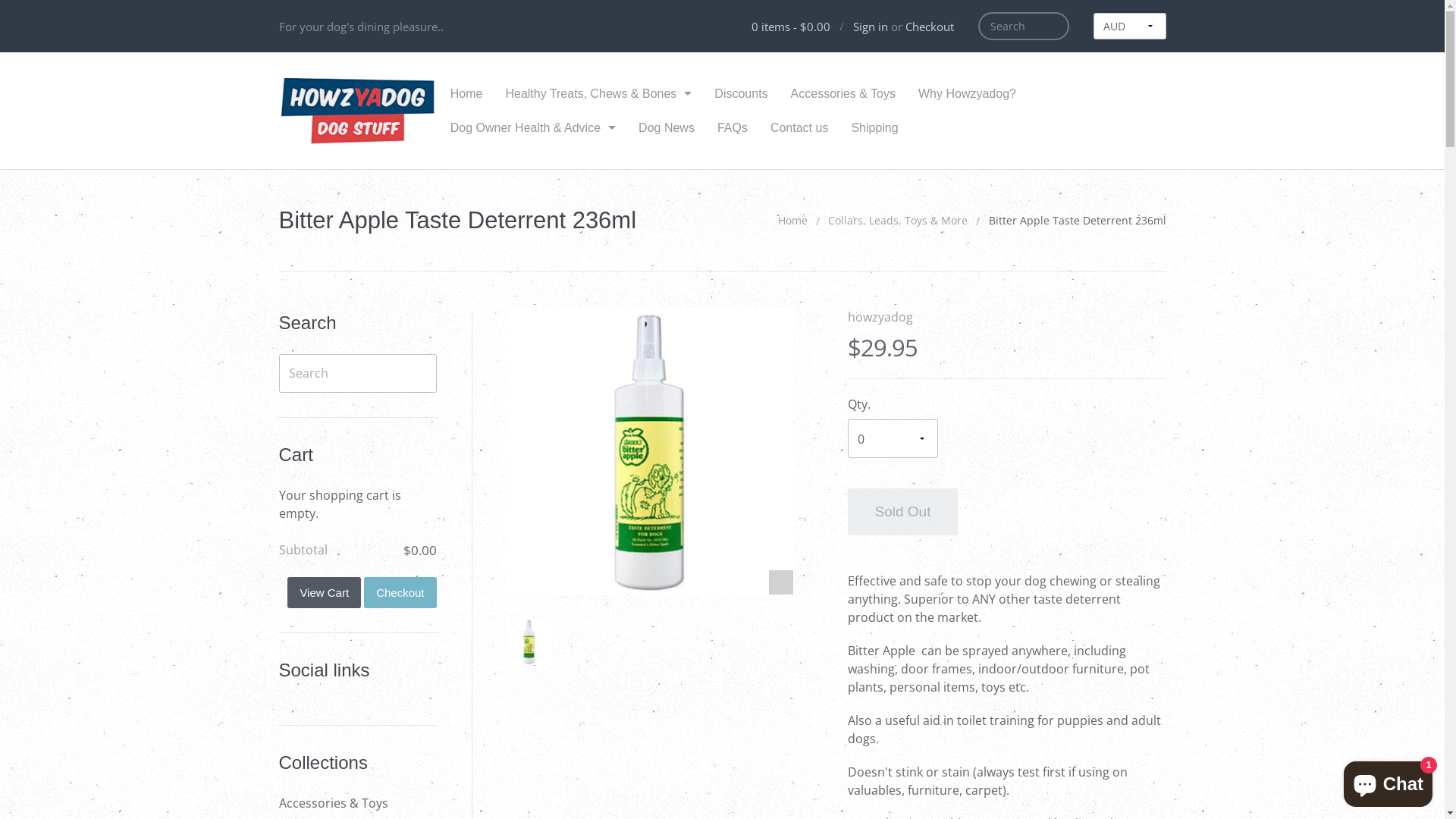 The width and height of the screenshot is (1456, 819). What do you see at coordinates (898, 220) in the screenshot?
I see `'Collars, Leads, Toys & More'` at bounding box center [898, 220].